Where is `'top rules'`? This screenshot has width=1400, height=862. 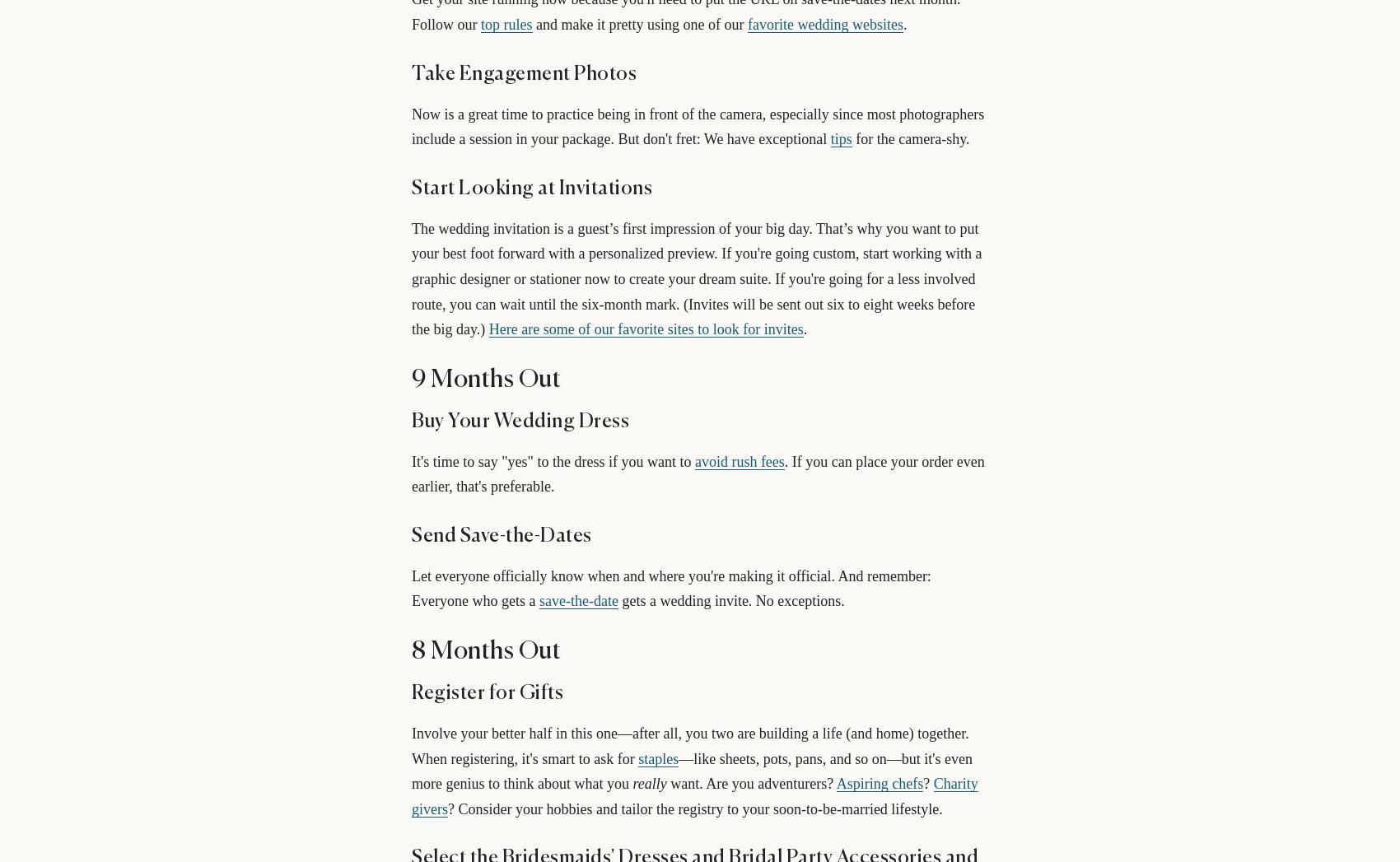 'top rules' is located at coordinates (506, 23).